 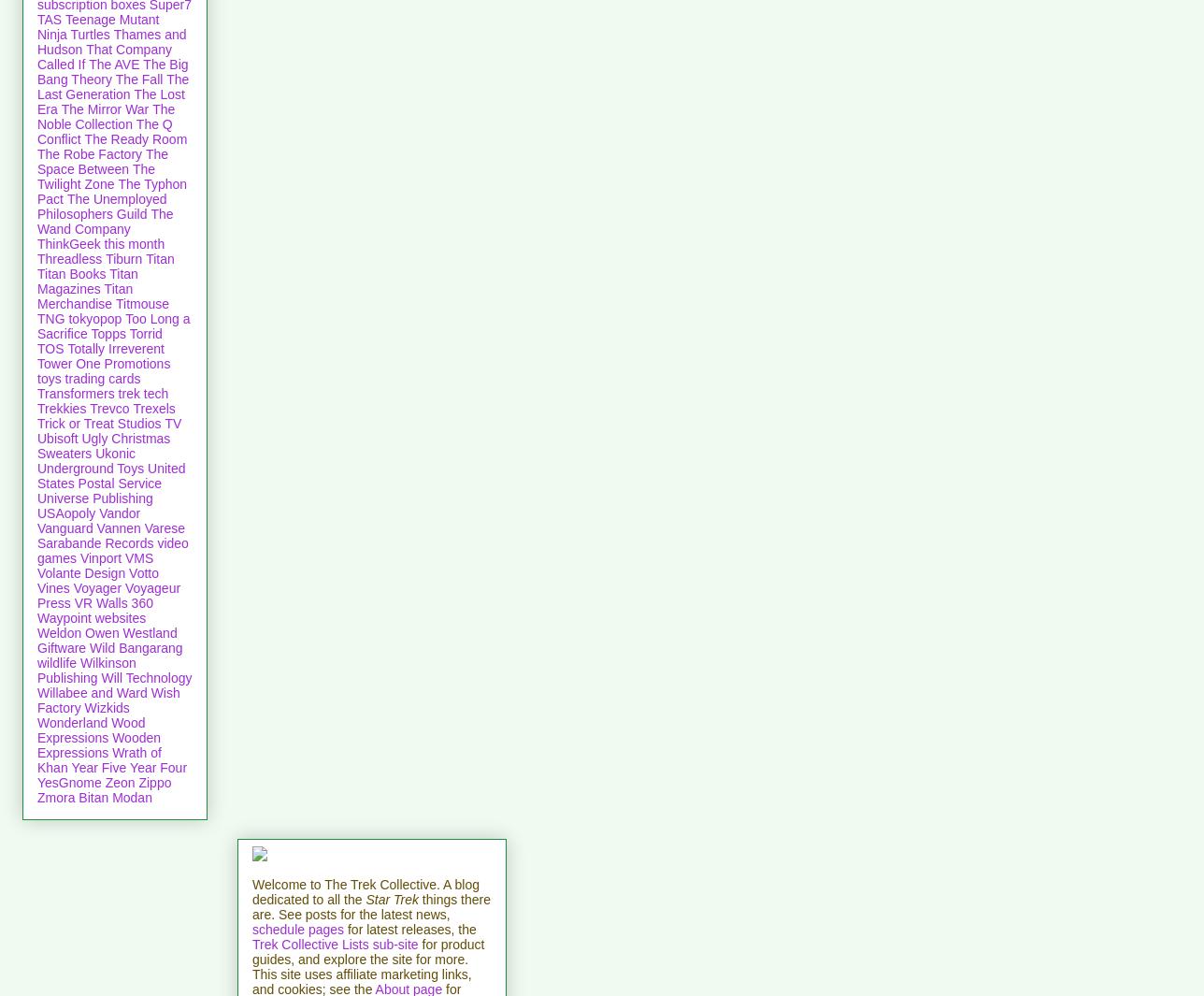 What do you see at coordinates (112, 189) in the screenshot?
I see `'The Typhon Pact'` at bounding box center [112, 189].